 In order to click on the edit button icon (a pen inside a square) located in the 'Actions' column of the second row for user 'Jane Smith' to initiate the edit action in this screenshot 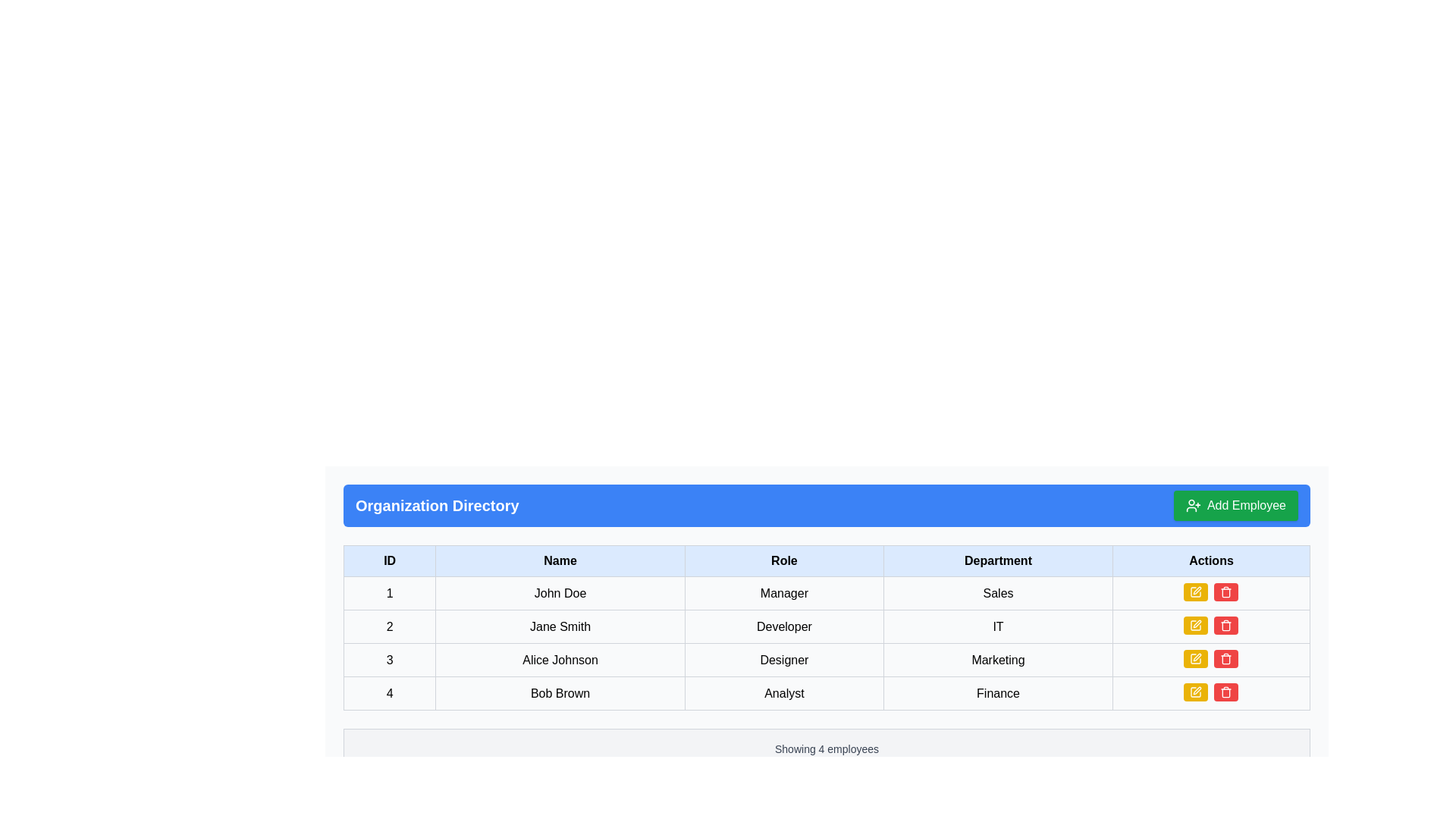, I will do `click(1195, 626)`.